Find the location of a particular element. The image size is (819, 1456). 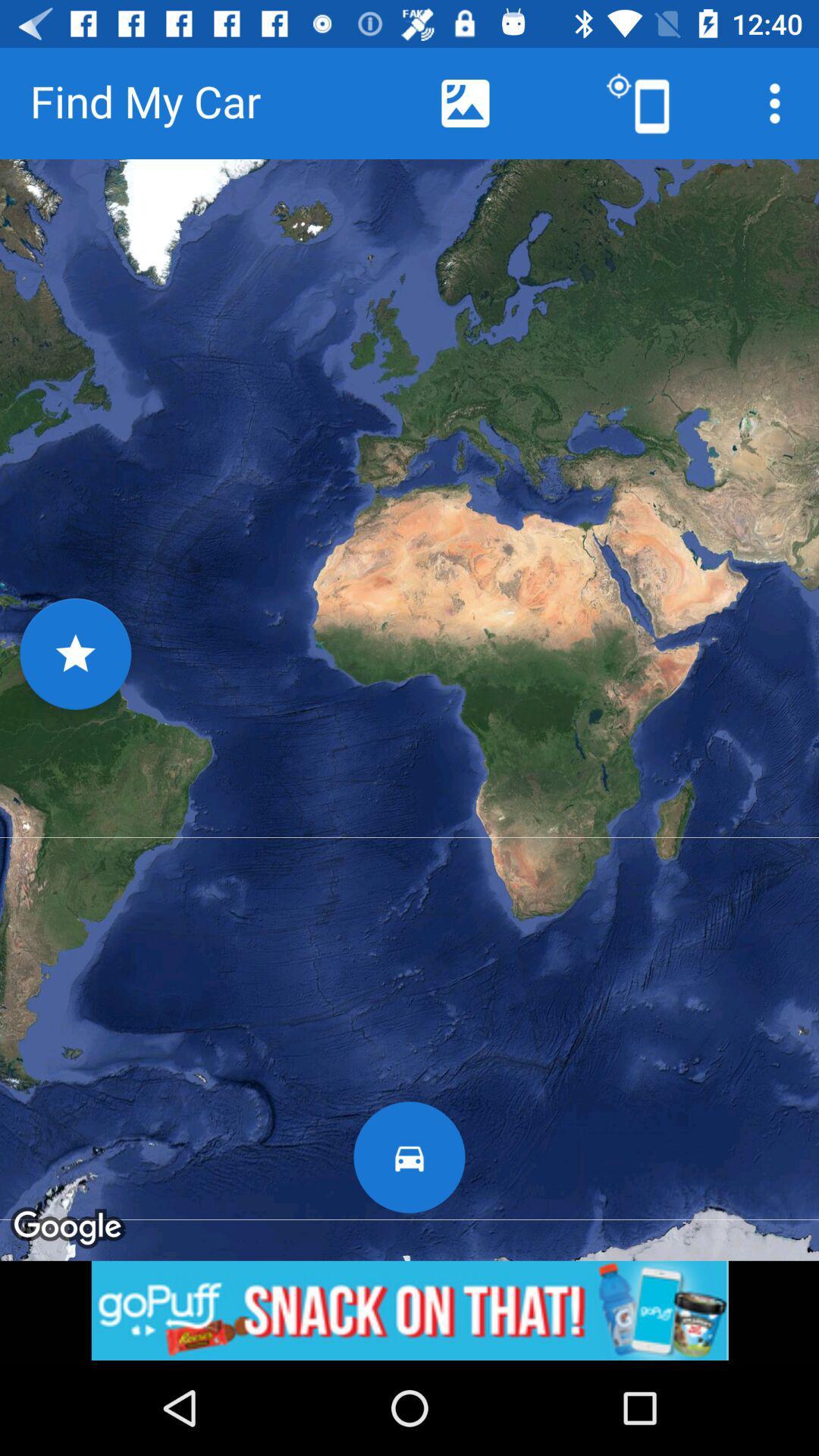

the more icon is located at coordinates (782, 102).